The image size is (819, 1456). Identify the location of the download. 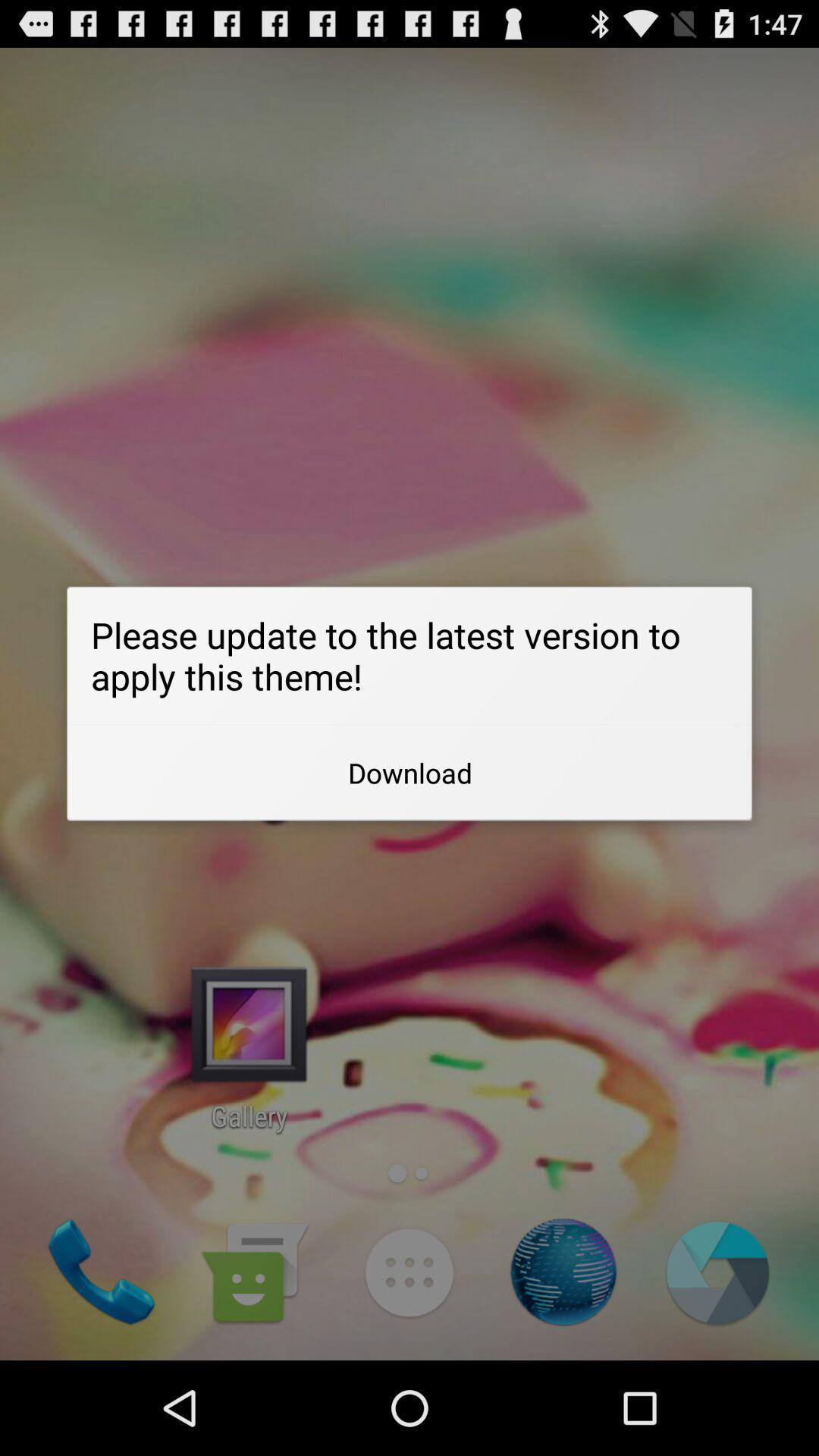
(409, 773).